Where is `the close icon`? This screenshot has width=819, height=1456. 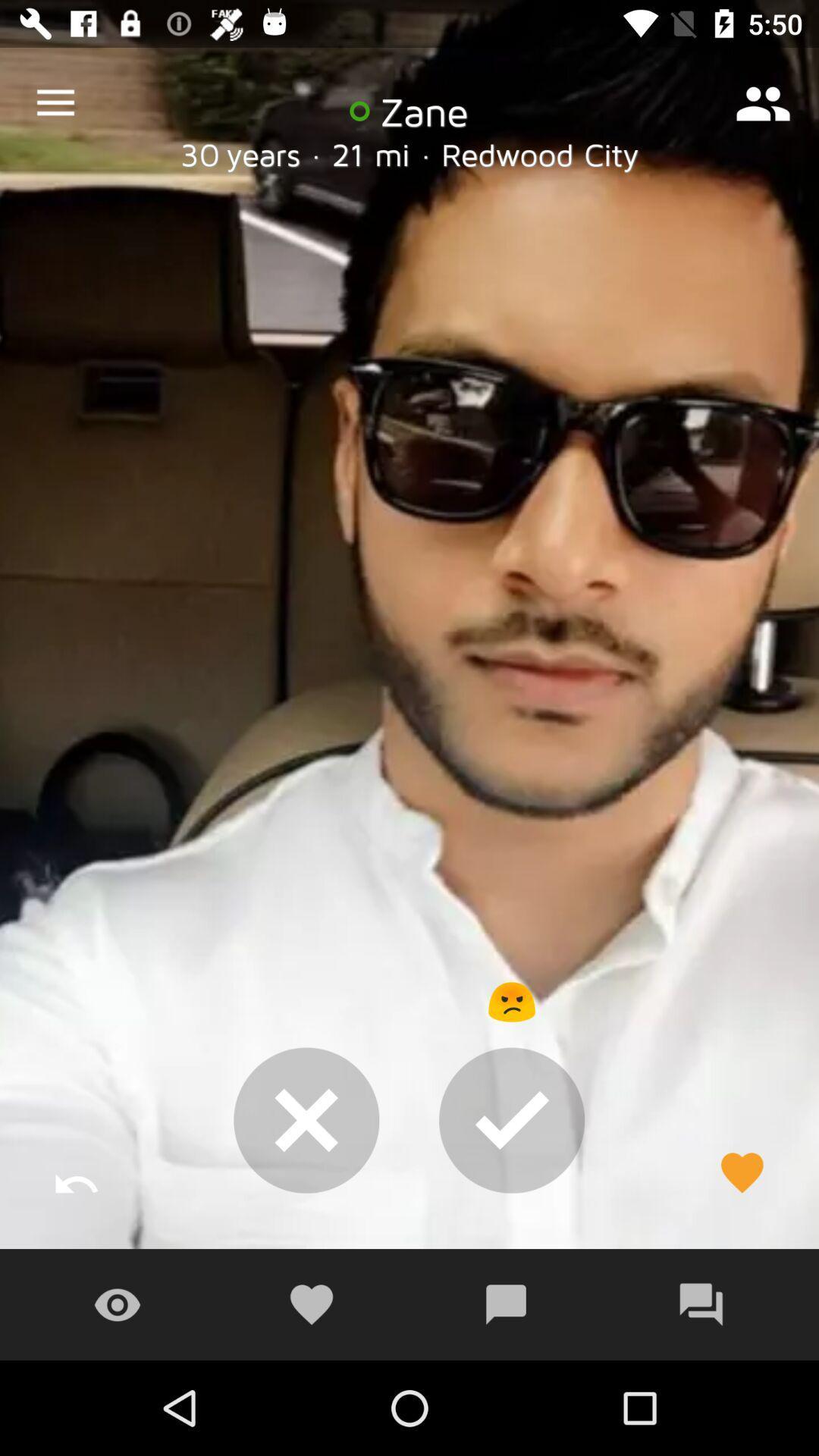 the close icon is located at coordinates (306, 1120).